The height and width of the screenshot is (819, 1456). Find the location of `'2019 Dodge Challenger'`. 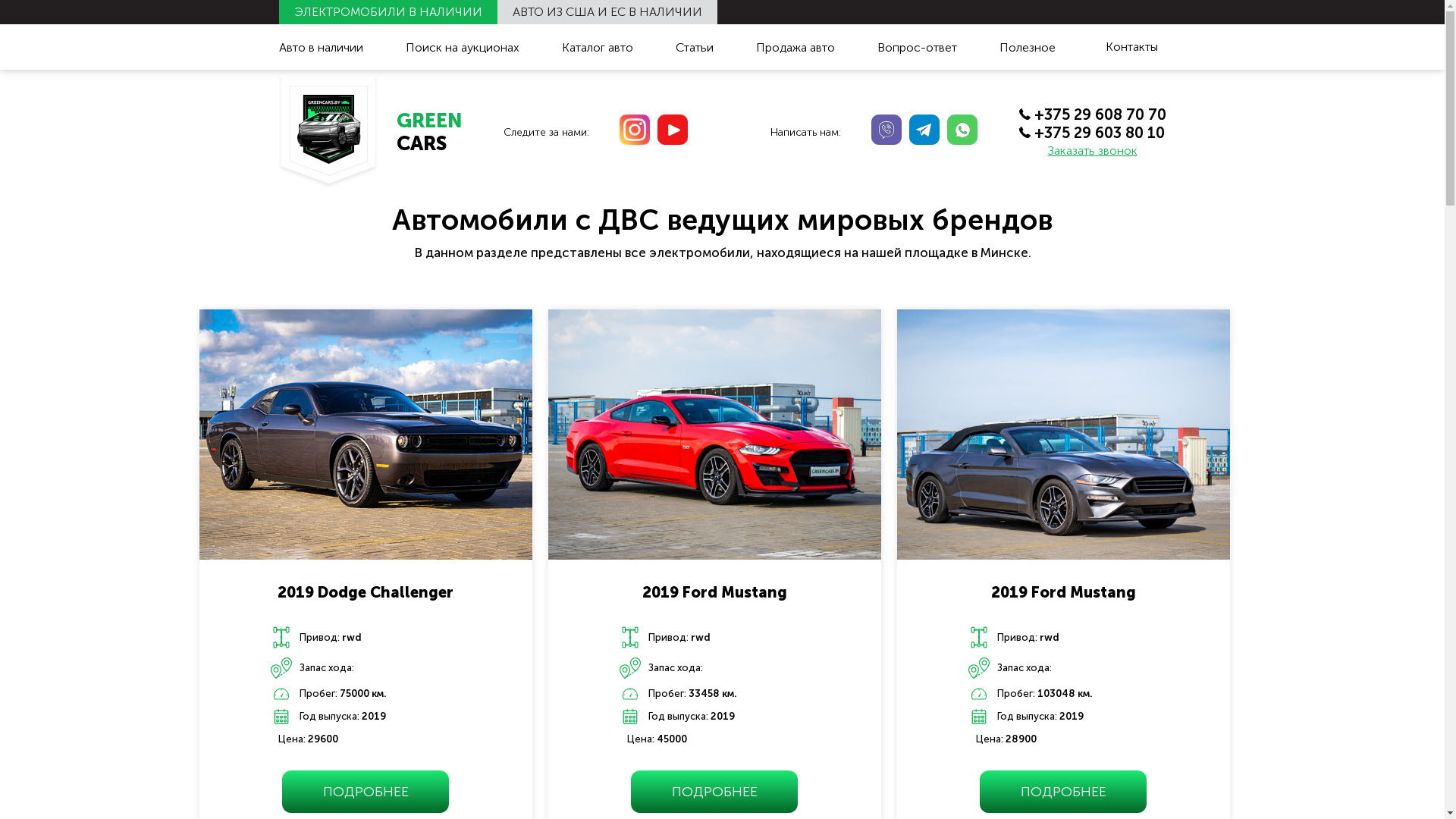

'2019 Dodge Challenger' is located at coordinates (277, 587).